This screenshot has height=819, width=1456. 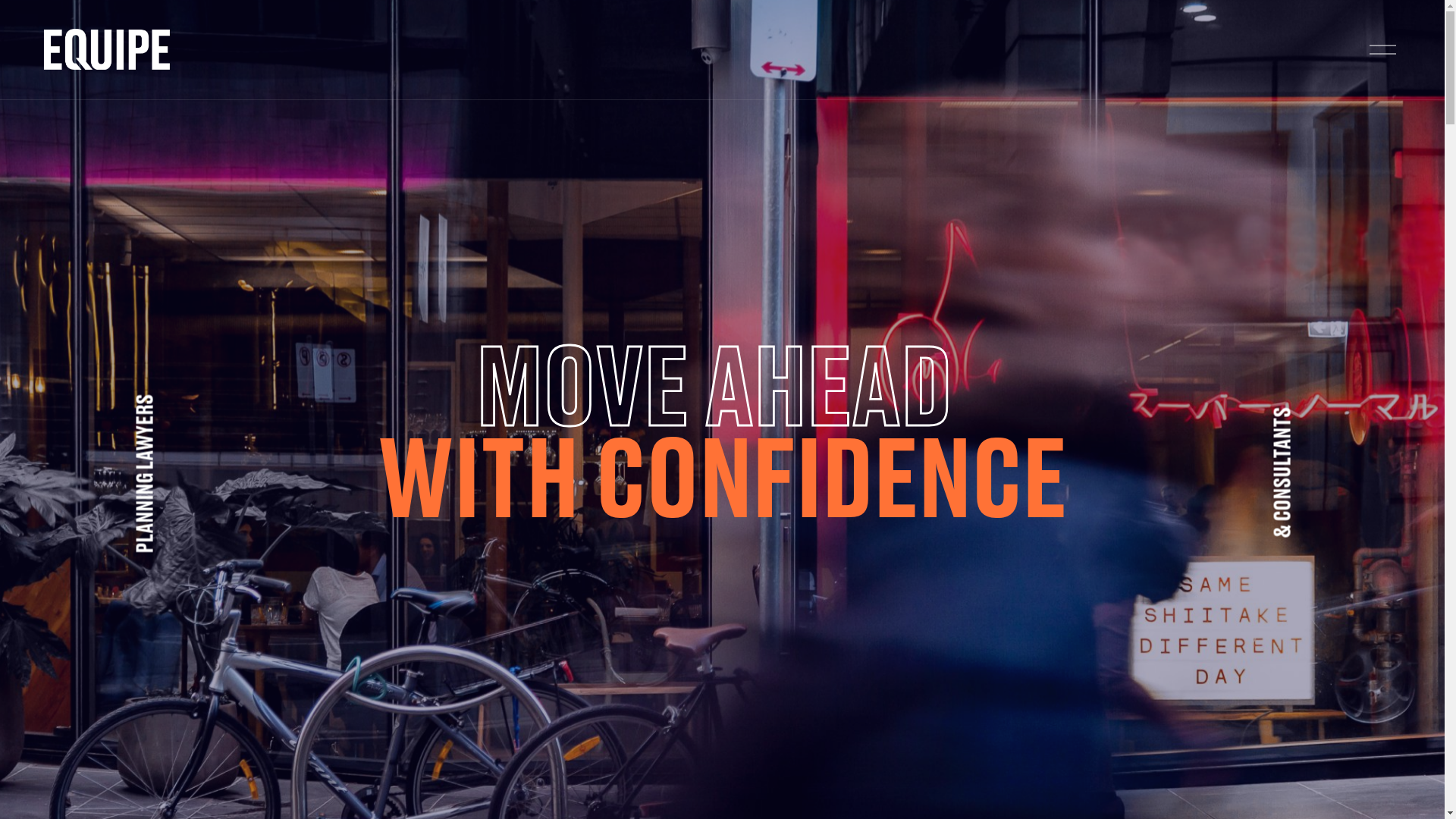 What do you see at coordinates (1382, 49) in the screenshot?
I see `'Open Menu'` at bounding box center [1382, 49].